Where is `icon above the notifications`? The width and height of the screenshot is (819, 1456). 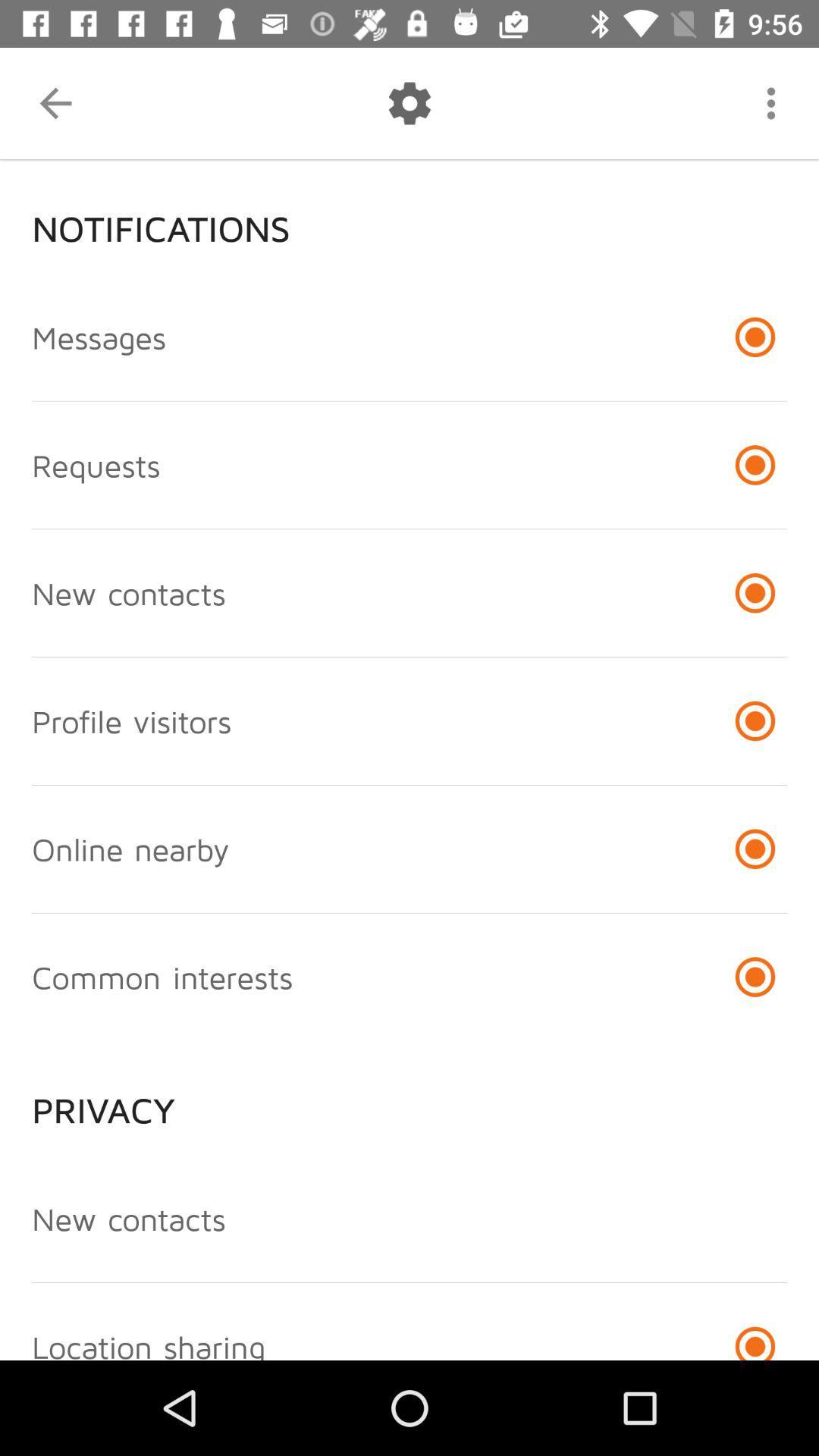 icon above the notifications is located at coordinates (55, 102).